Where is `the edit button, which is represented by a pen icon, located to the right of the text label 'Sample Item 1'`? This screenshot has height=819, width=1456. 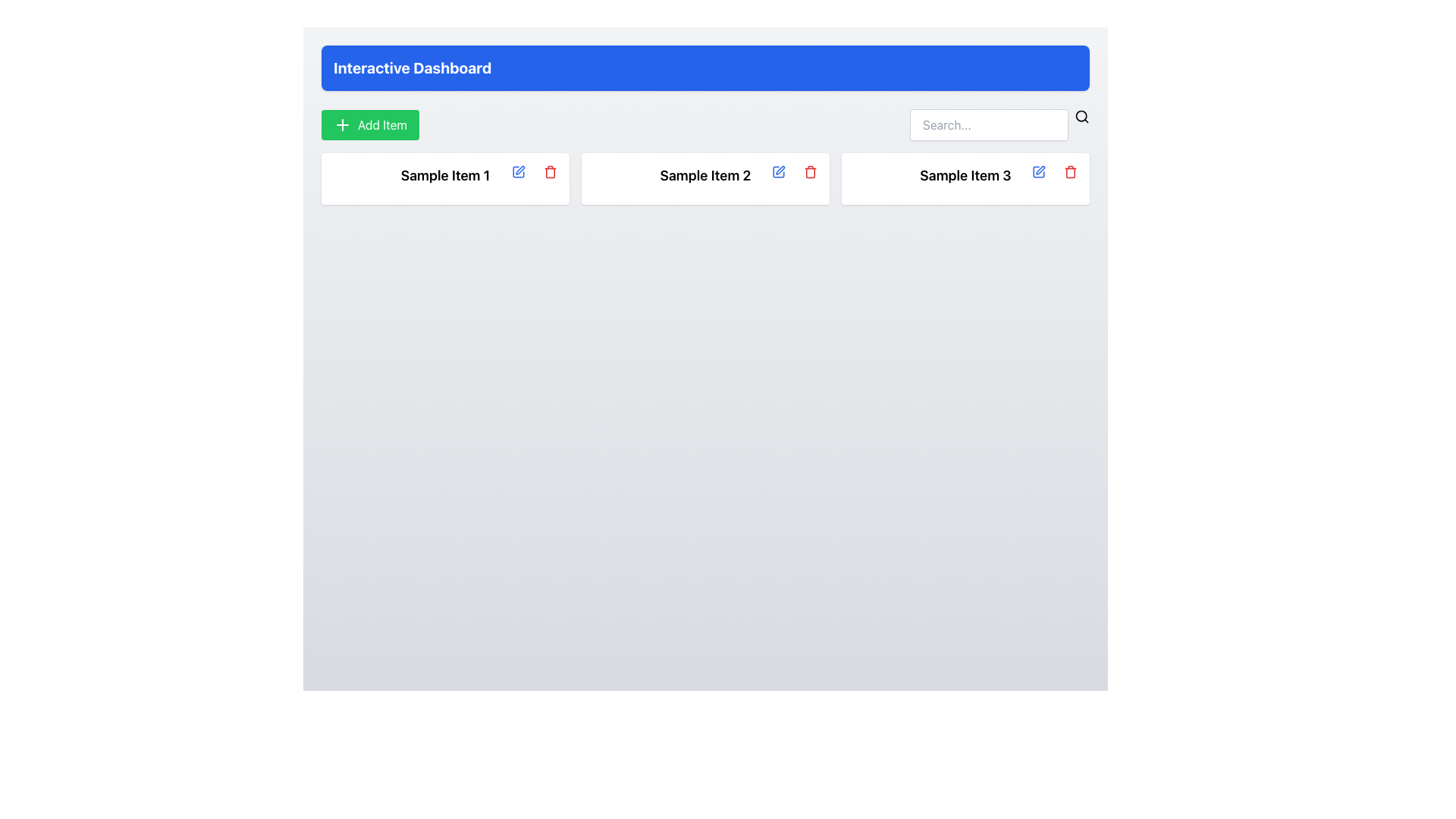 the edit button, which is represented by a pen icon, located to the right of the text label 'Sample Item 1' is located at coordinates (519, 171).